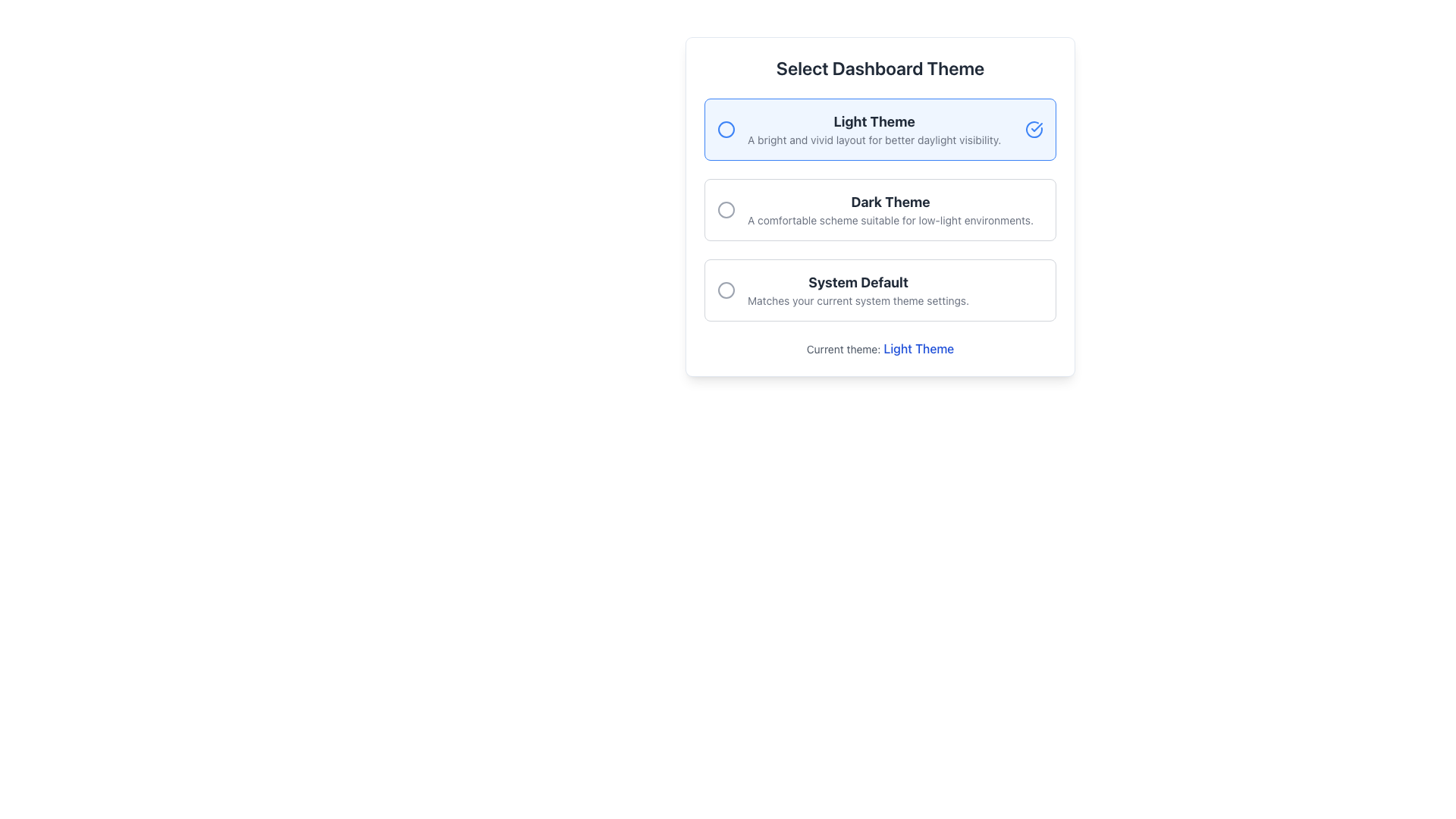 This screenshot has height=819, width=1456. What do you see at coordinates (726, 128) in the screenshot?
I see `the decorative icon associated with the 'Light Theme' selection, located on the left side of the selection area` at bounding box center [726, 128].